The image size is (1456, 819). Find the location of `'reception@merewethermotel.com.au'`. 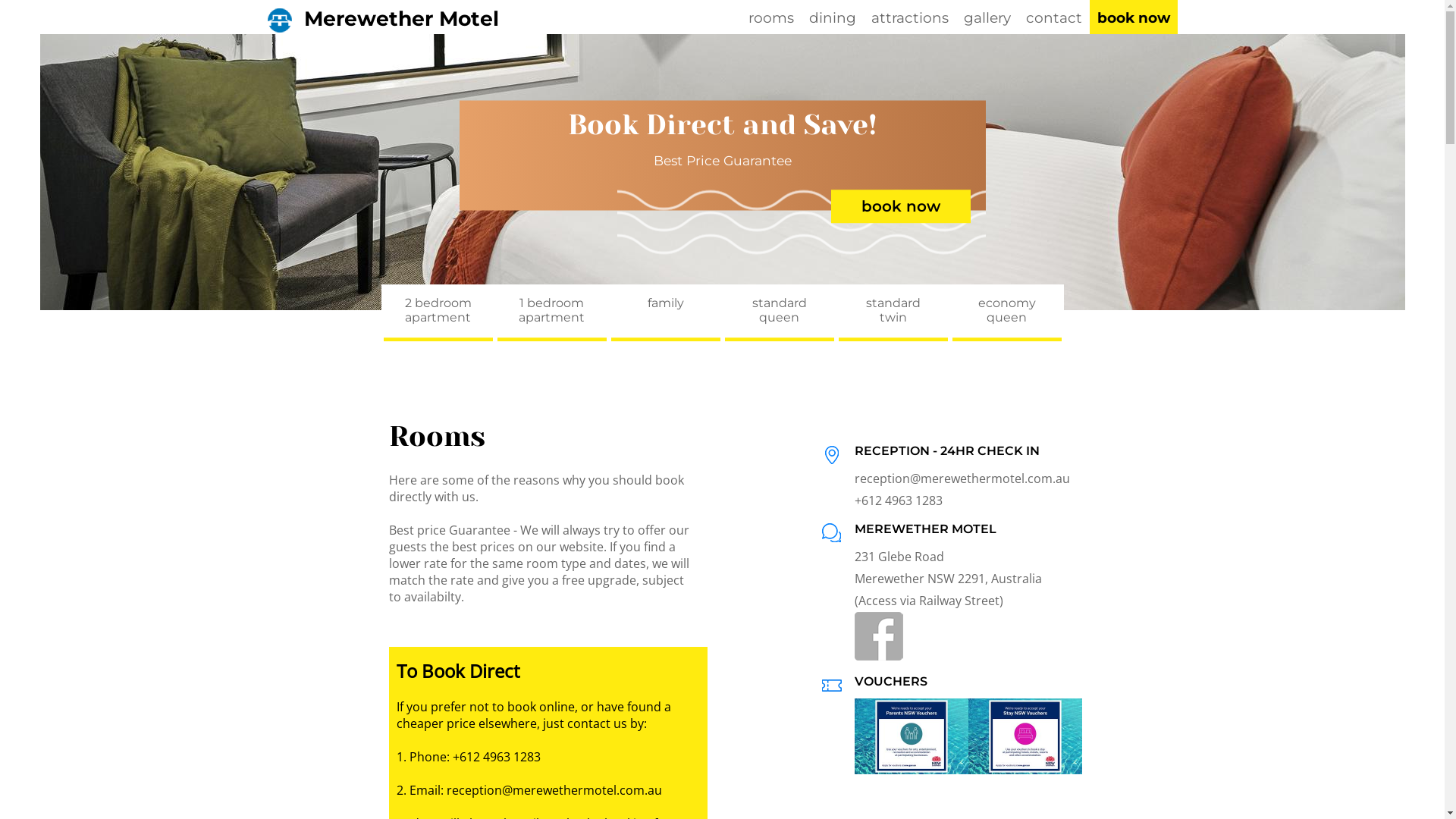

'reception@merewethermotel.com.au' is located at coordinates (960, 479).